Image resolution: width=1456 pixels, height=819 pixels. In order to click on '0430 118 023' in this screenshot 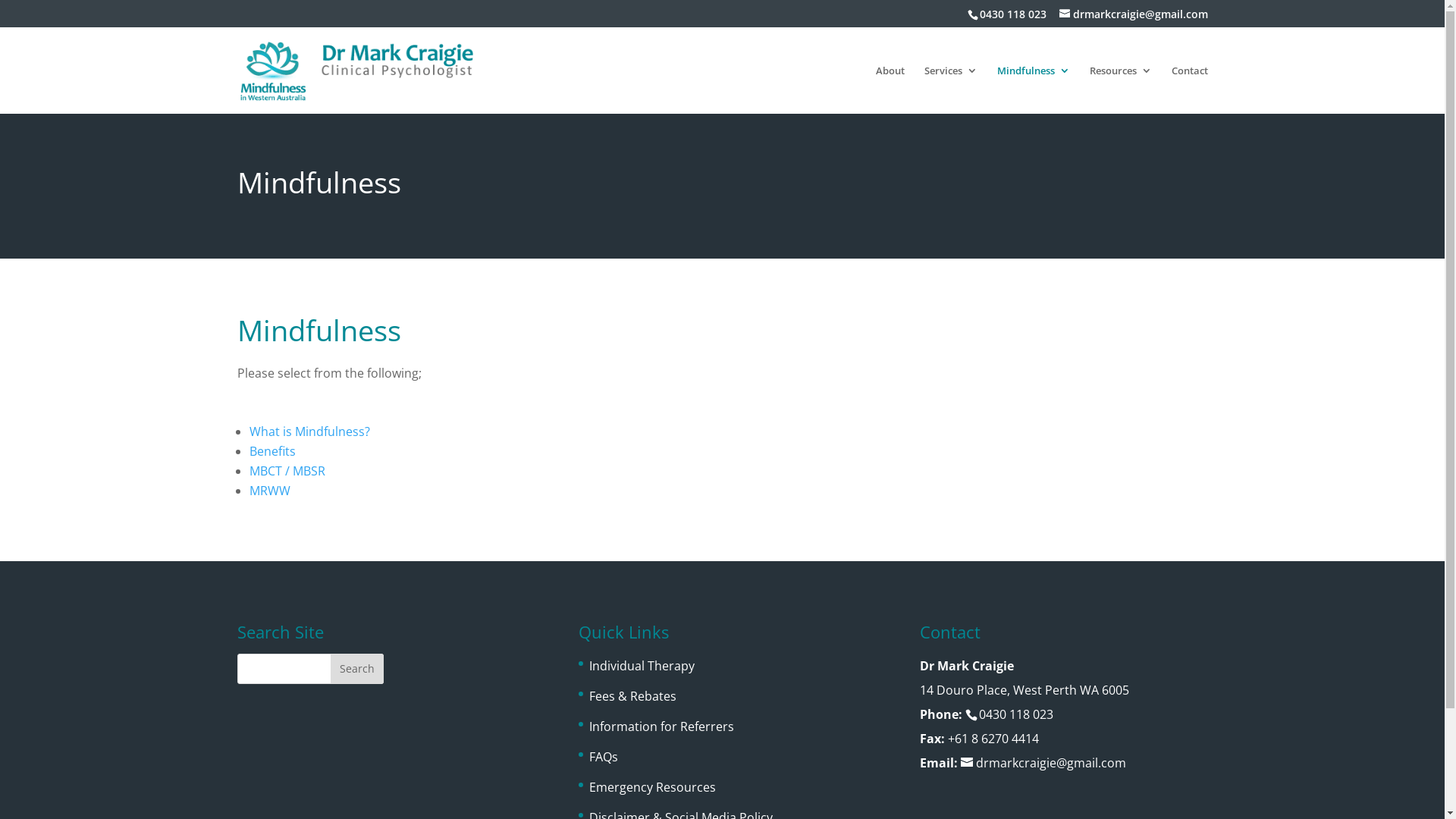, I will do `click(1012, 13)`.